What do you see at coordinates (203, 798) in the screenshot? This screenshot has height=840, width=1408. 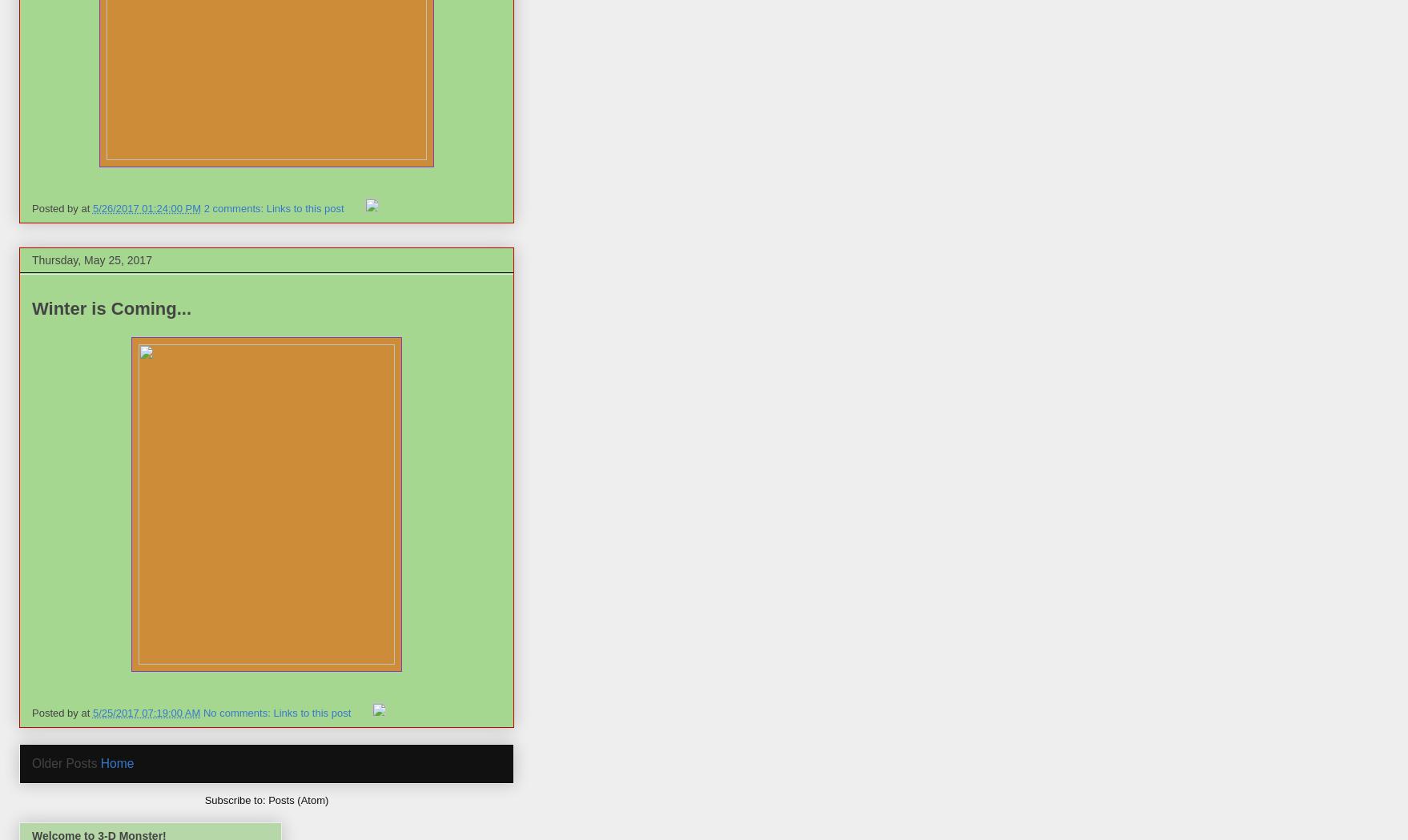 I see `'Subscribe to: Posts (Atom)'` at bounding box center [203, 798].